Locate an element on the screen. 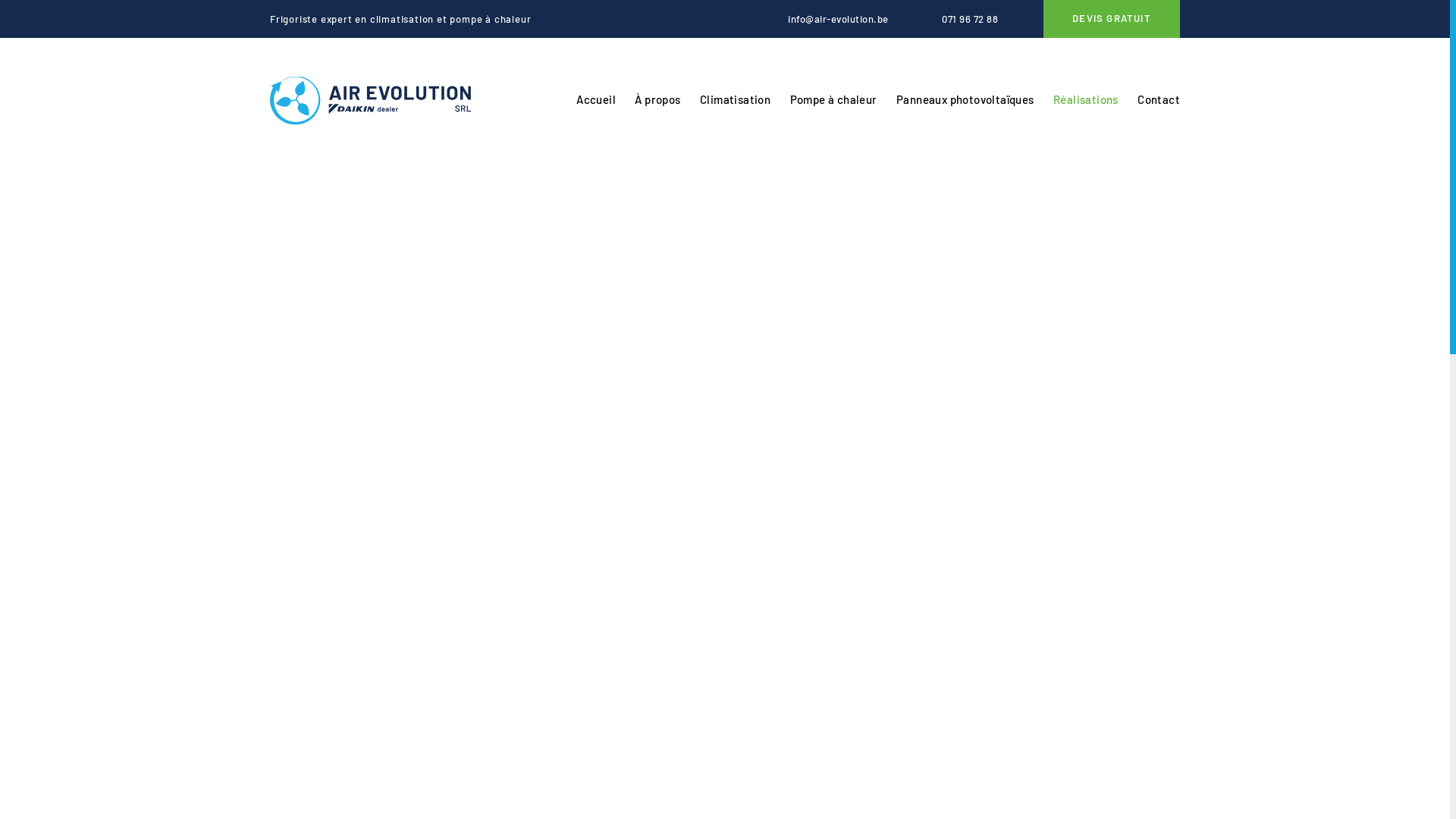  'info@air-evolution.be' is located at coordinates (826, 18).